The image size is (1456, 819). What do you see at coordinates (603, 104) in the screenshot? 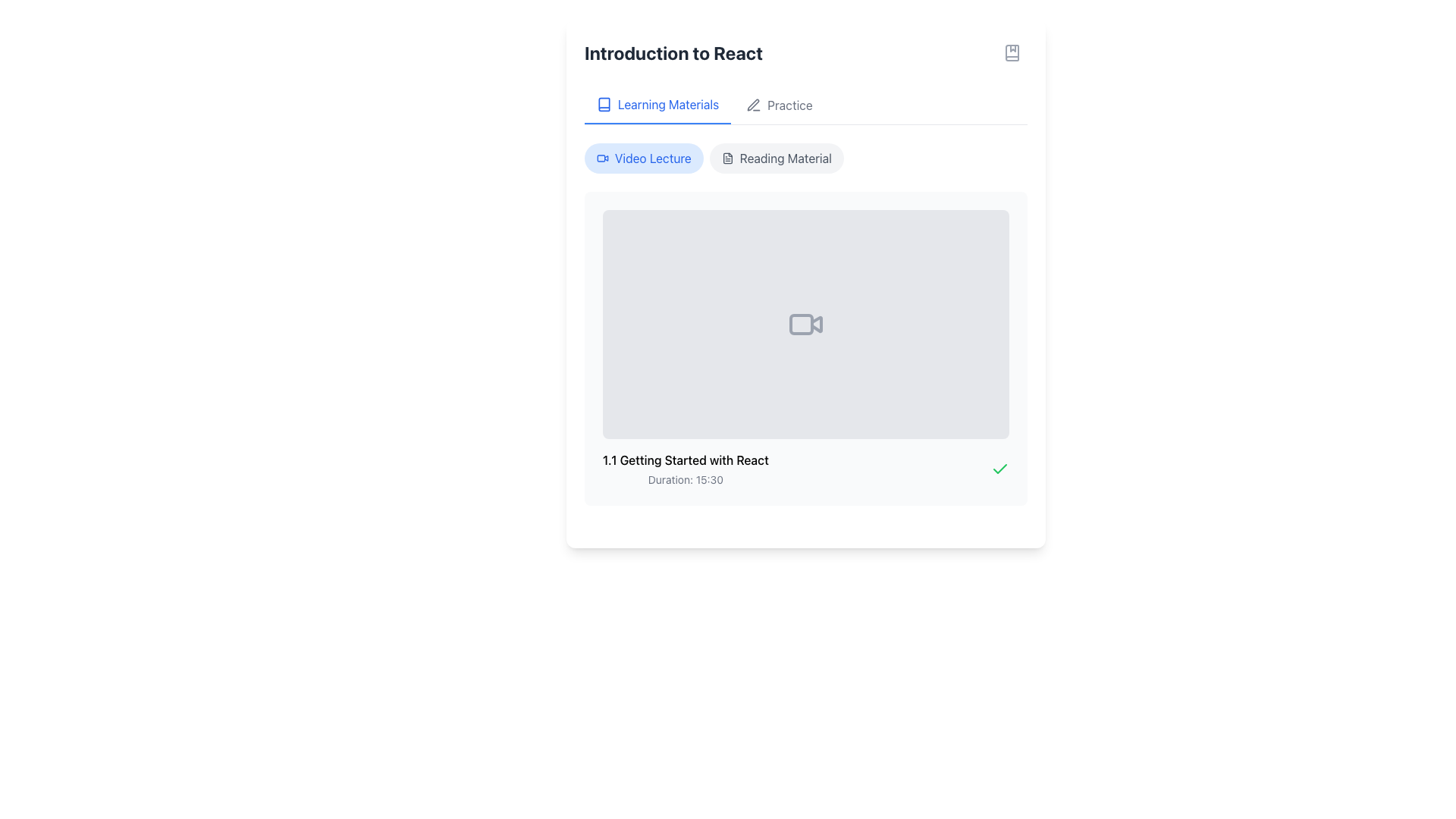
I see `the small monochromatic SVG icon resembling a book or document, located to the left of the 'Learning Materials' tab in the navigation section` at bounding box center [603, 104].